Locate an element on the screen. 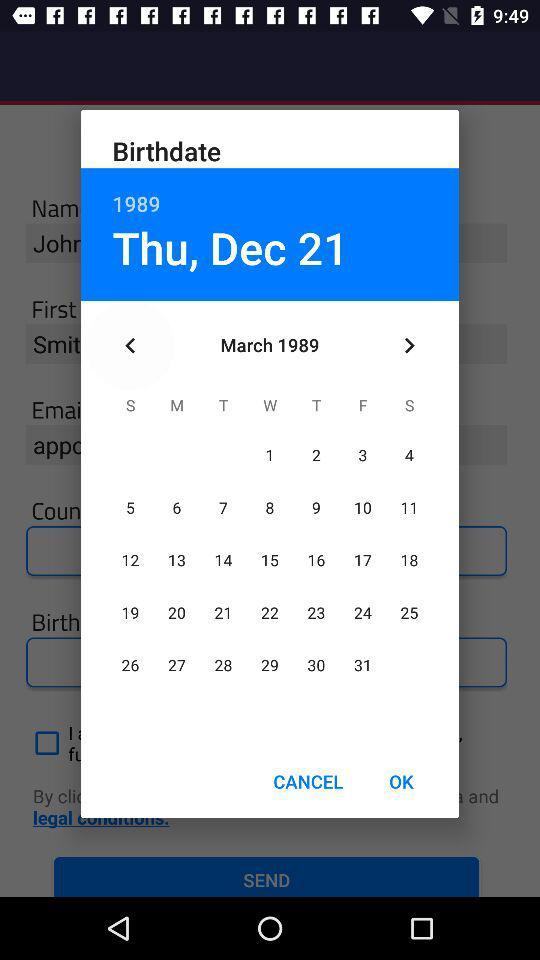  the thu, dec 21 is located at coordinates (229, 246).